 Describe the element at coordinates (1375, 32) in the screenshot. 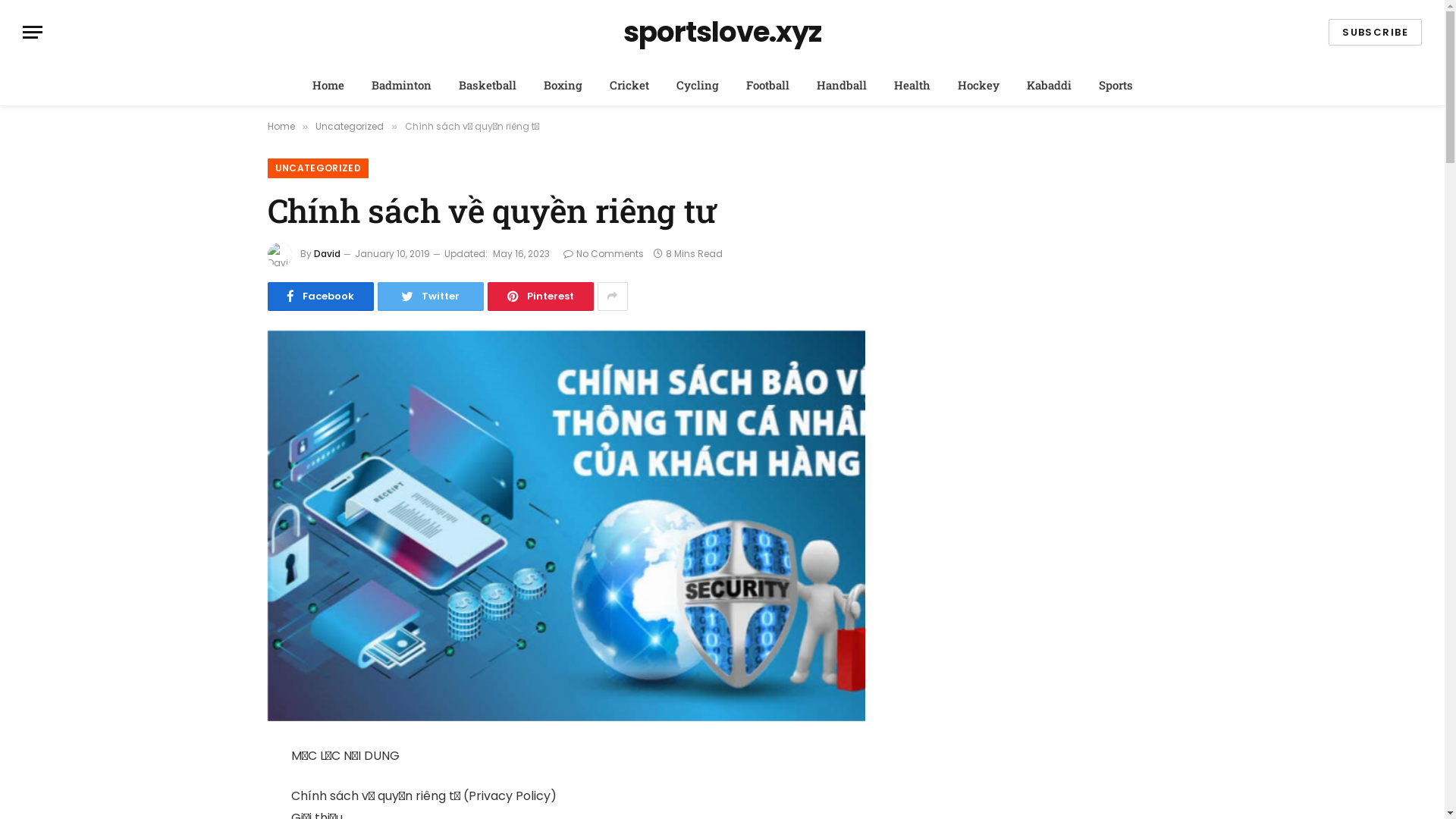

I see `'SUBSCRIBE'` at that location.